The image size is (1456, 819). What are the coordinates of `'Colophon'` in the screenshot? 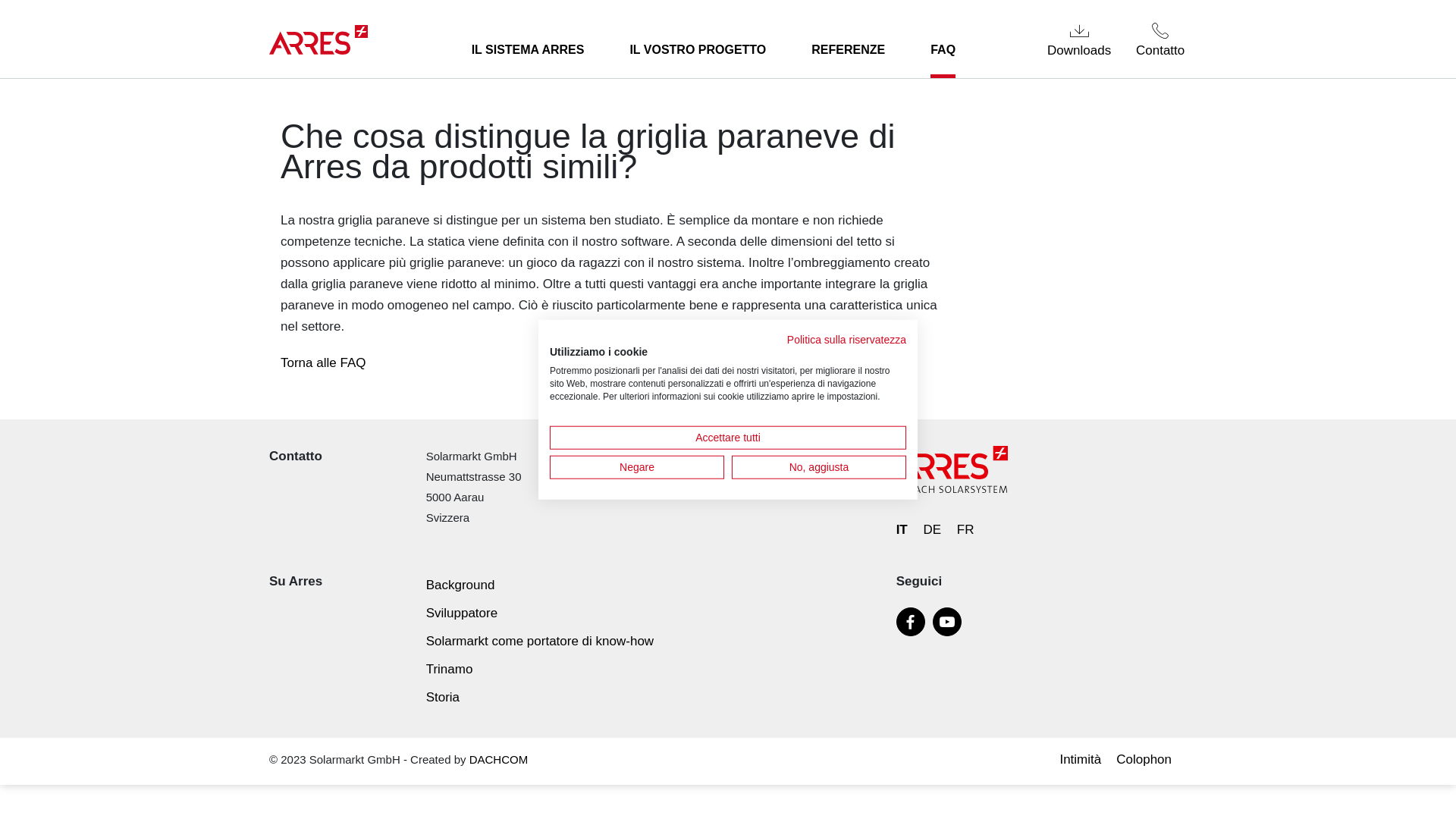 It's located at (1147, 759).